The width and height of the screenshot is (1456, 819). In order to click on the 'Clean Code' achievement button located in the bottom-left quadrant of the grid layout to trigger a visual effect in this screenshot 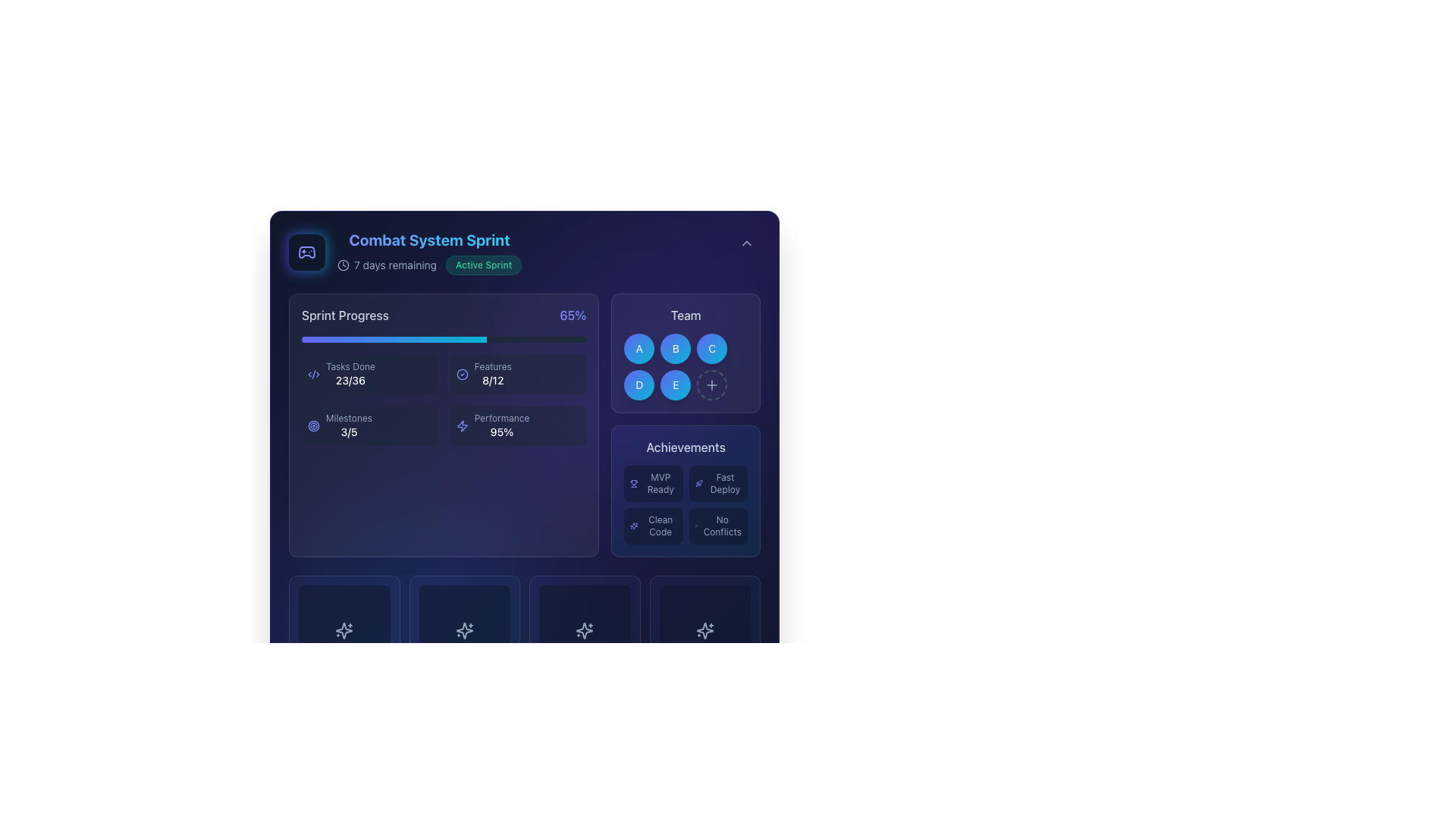, I will do `click(654, 526)`.